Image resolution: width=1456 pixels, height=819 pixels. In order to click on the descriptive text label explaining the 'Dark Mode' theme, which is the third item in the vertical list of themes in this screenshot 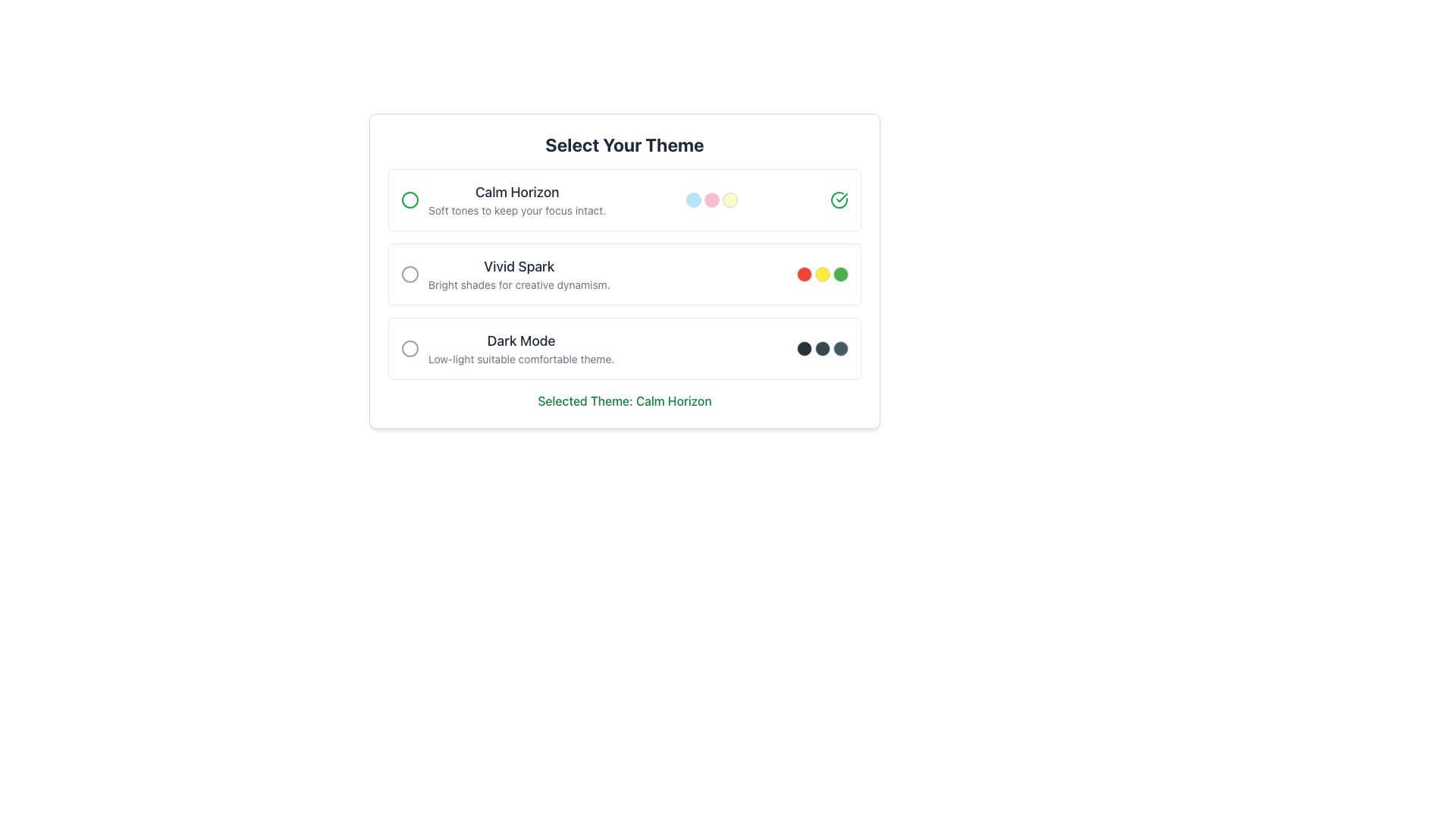, I will do `click(521, 359)`.